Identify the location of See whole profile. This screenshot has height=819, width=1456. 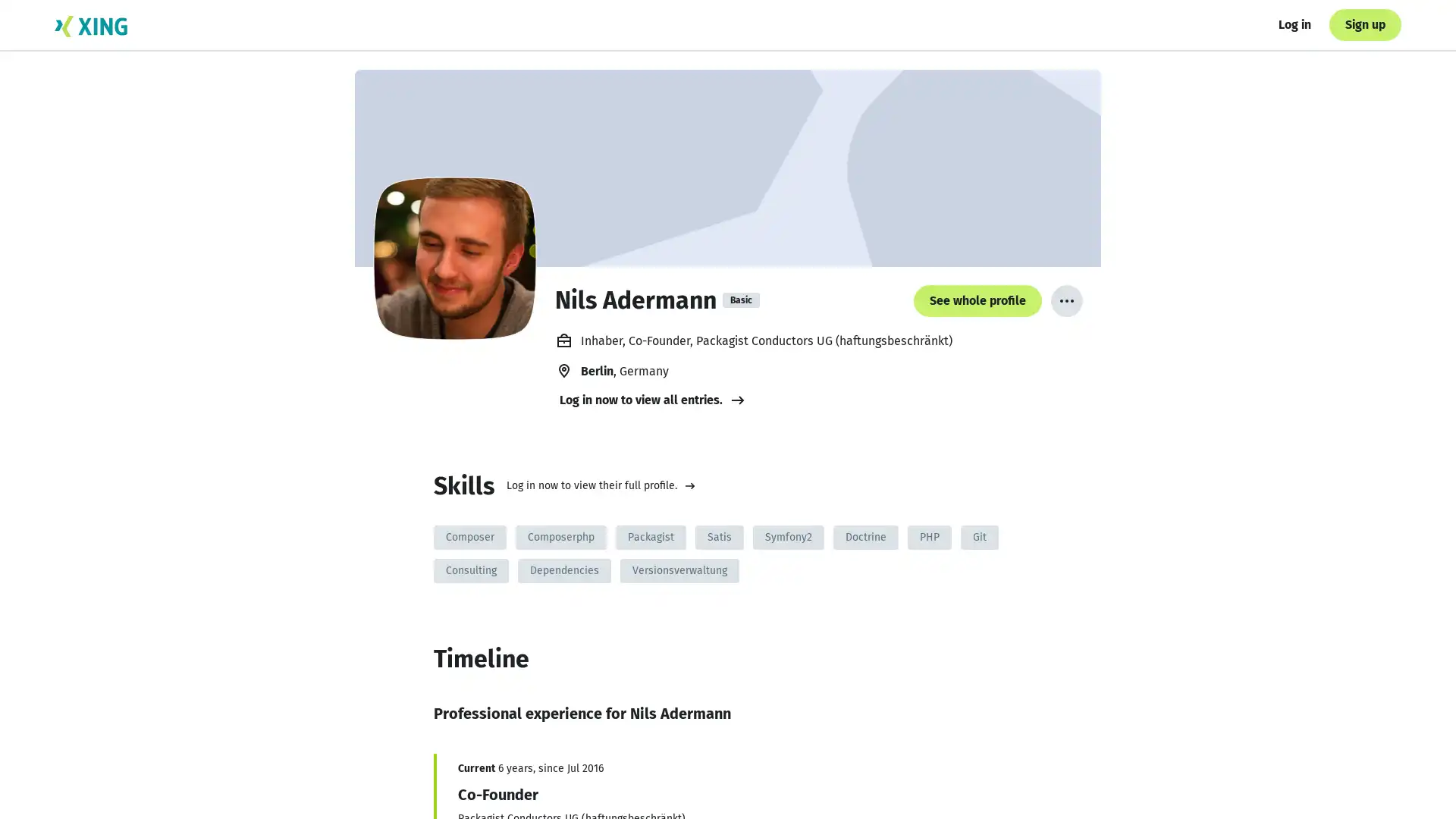
(977, 301).